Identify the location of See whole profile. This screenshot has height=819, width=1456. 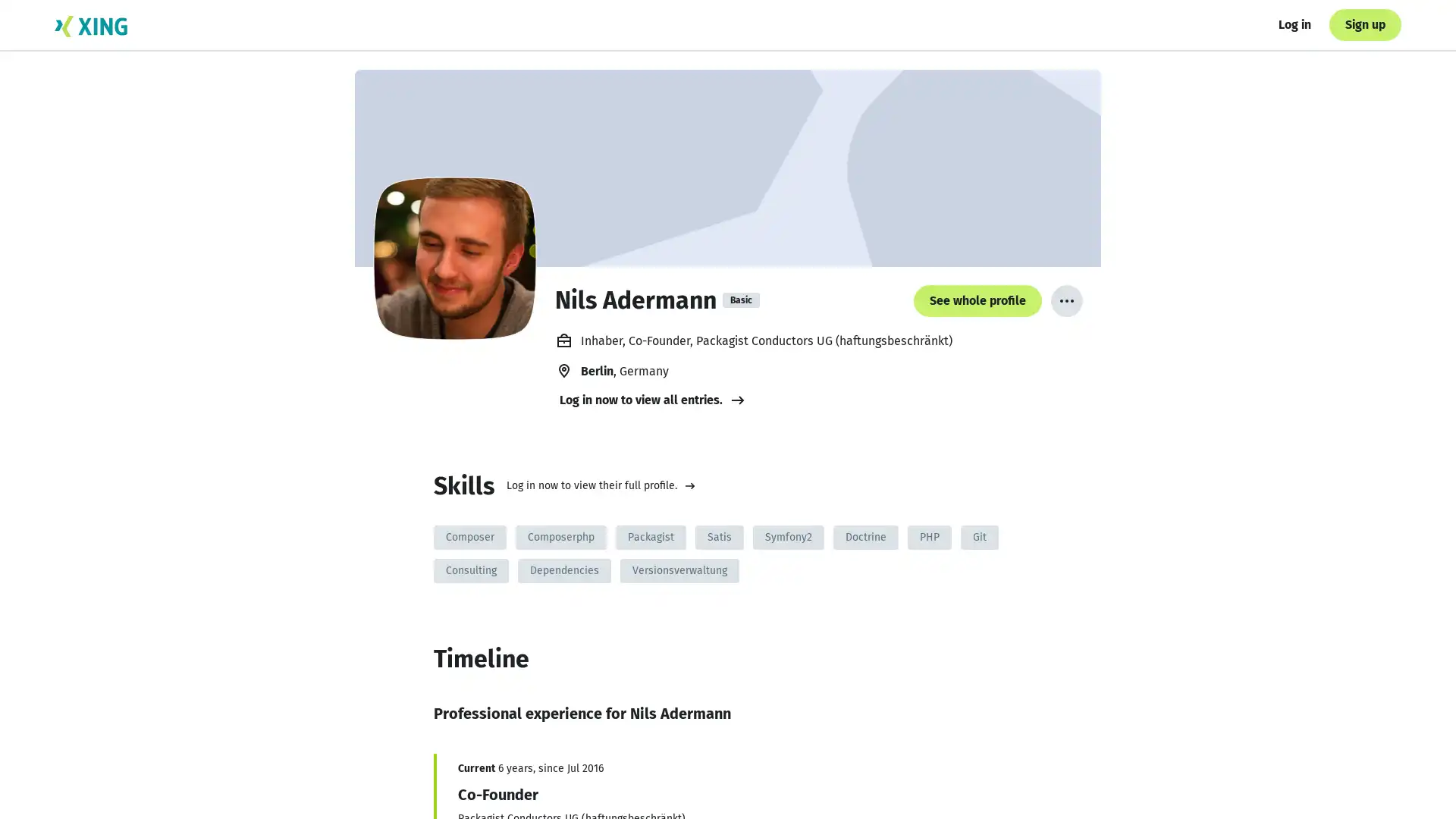
(977, 301).